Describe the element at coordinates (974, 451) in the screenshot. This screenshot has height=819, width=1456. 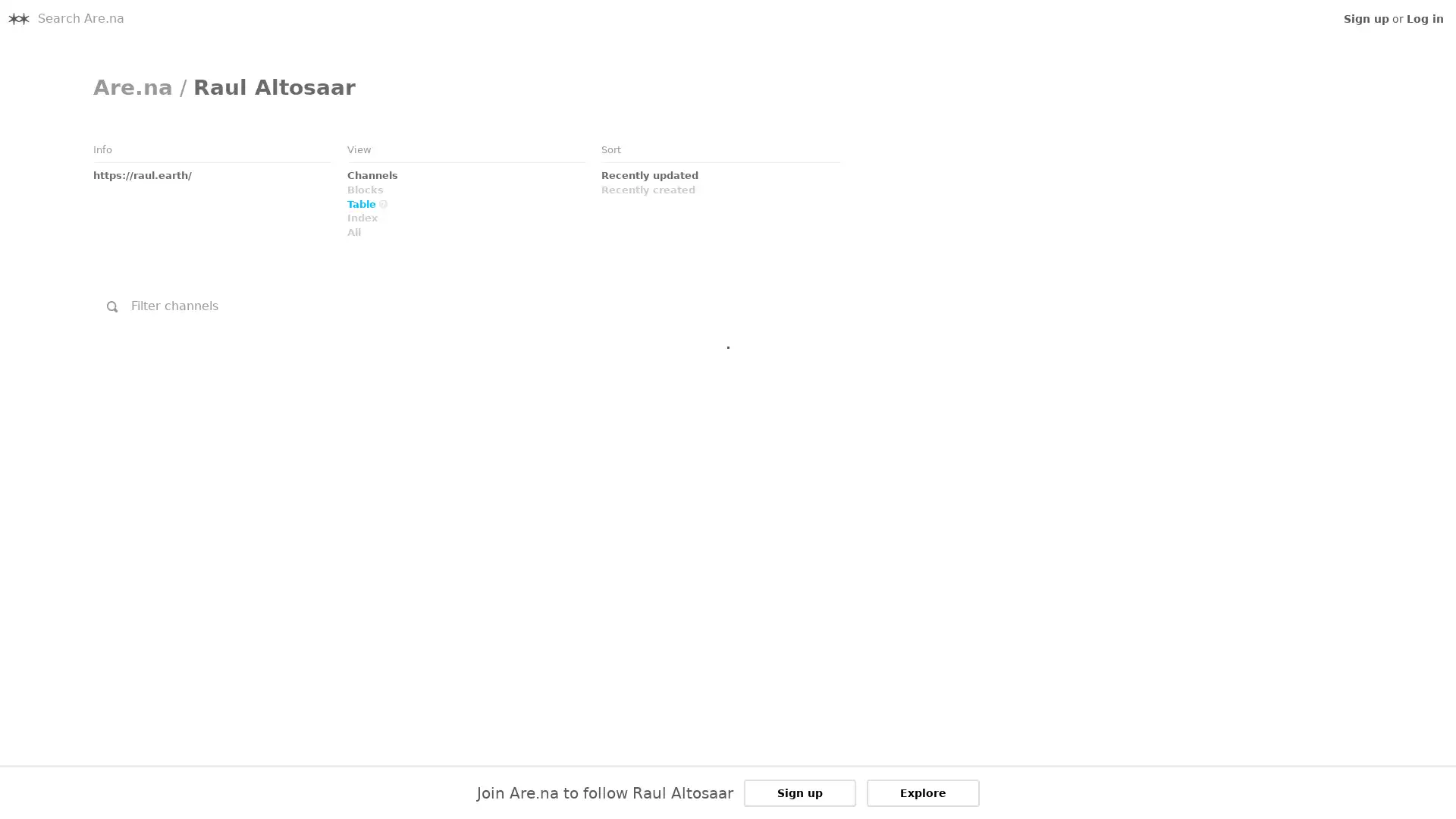
I see `Link to Embed: TAMIO SHIRAISHI &amp; CAMMISA BUERHAUS Performance inside Satsop Nuclear Towers 2/1/2016` at that location.